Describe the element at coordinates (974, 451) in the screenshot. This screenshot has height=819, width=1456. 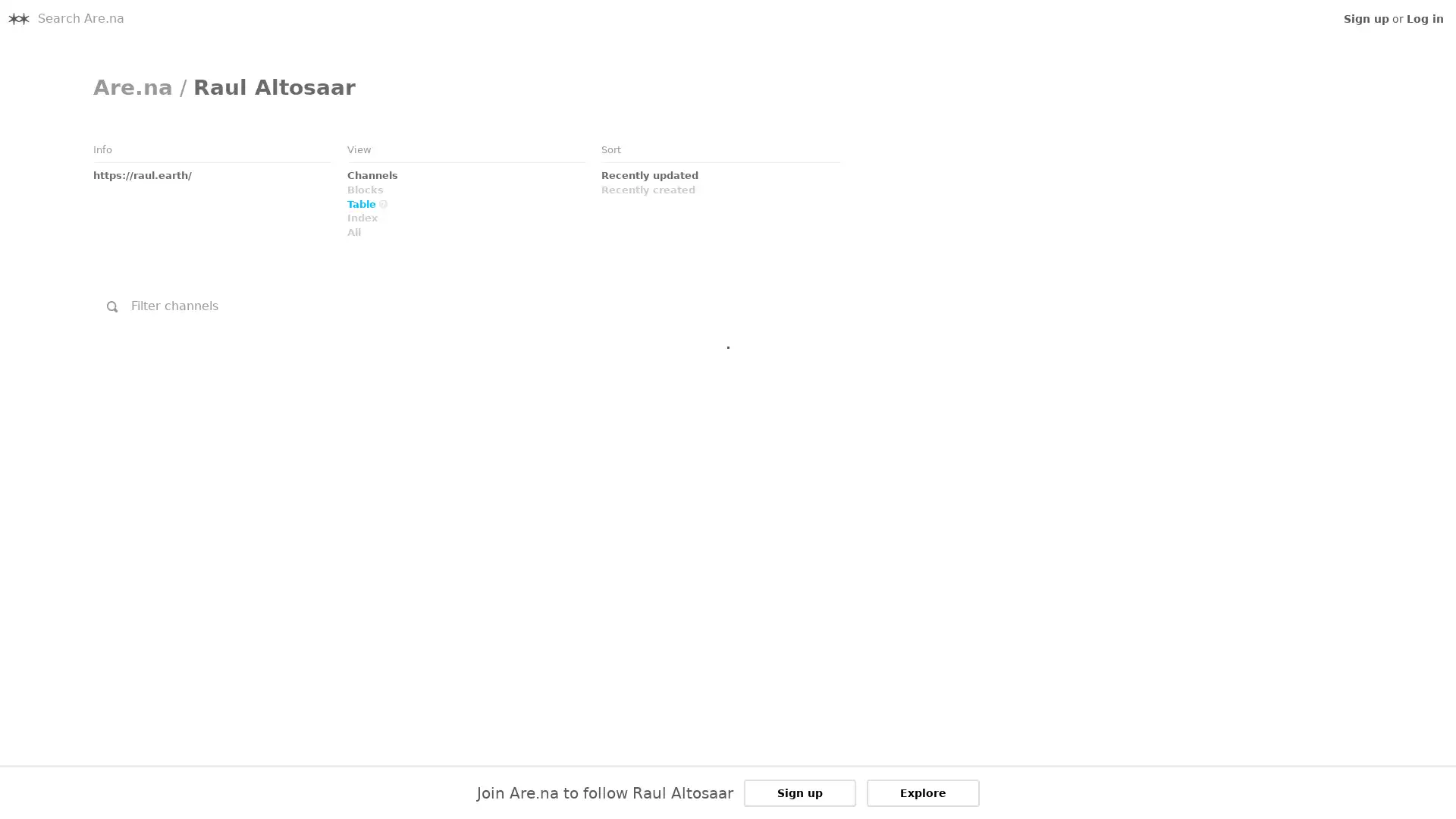
I see `Link to Embed: TAMIO SHIRAISHI &amp; CAMMISA BUERHAUS Performance inside Satsop Nuclear Towers 2/1/2016` at that location.